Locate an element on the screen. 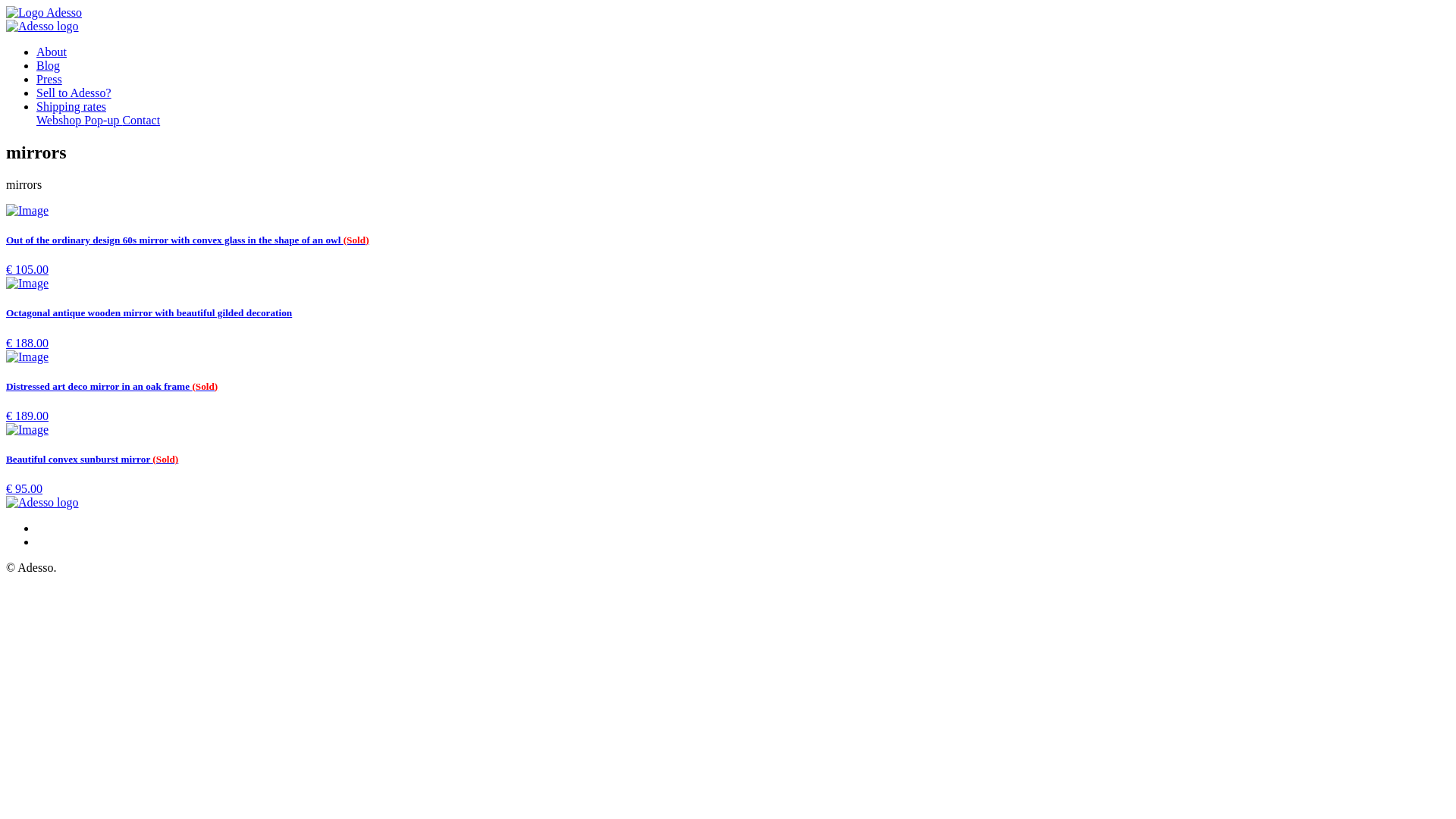 The width and height of the screenshot is (1456, 819). 'About' is located at coordinates (51, 51).